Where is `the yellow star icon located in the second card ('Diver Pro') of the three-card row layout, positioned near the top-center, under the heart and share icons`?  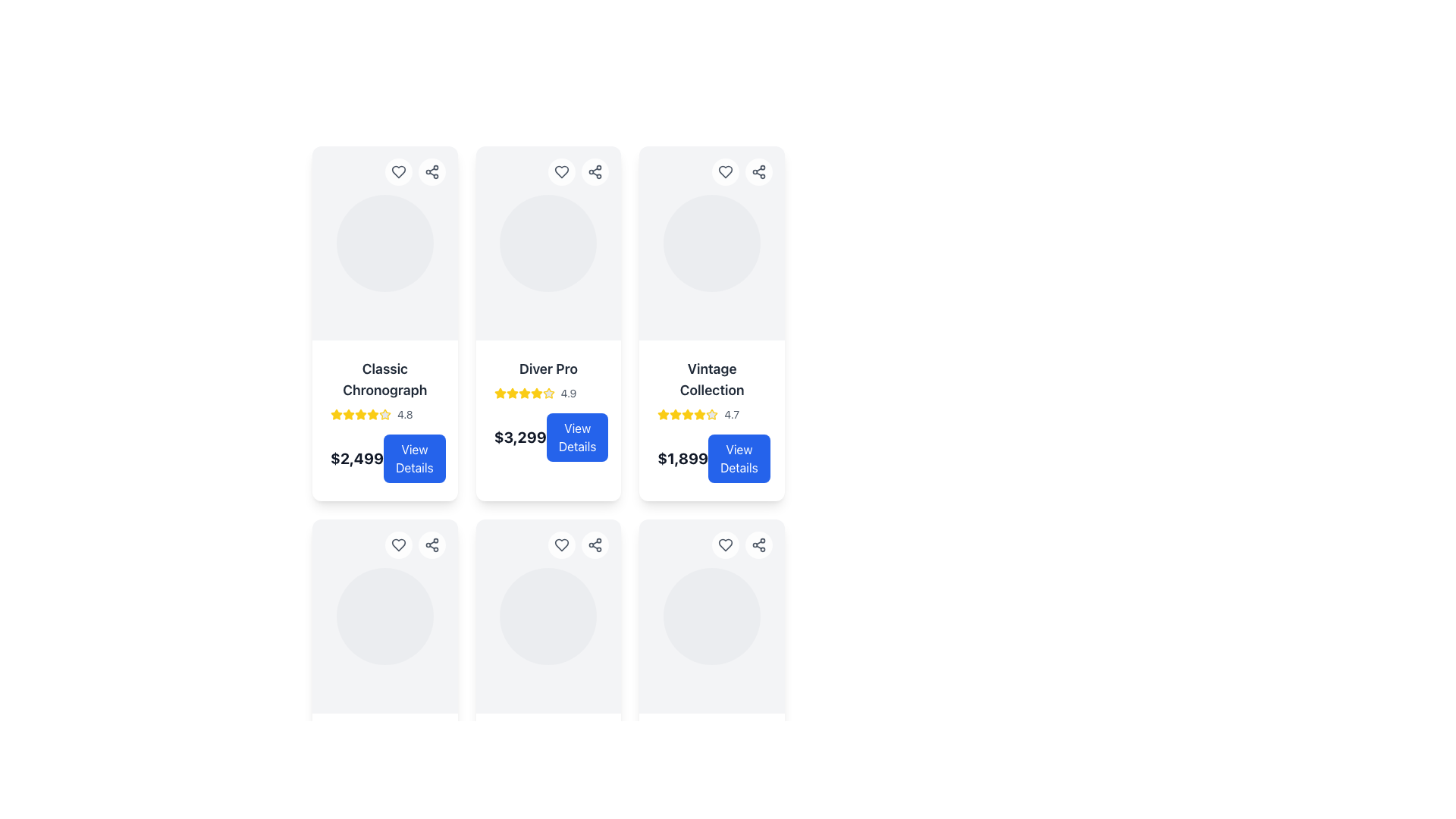 the yellow star icon located in the second card ('Diver Pro') of the three-card row layout, positioned near the top-center, under the heart and share icons is located at coordinates (500, 392).